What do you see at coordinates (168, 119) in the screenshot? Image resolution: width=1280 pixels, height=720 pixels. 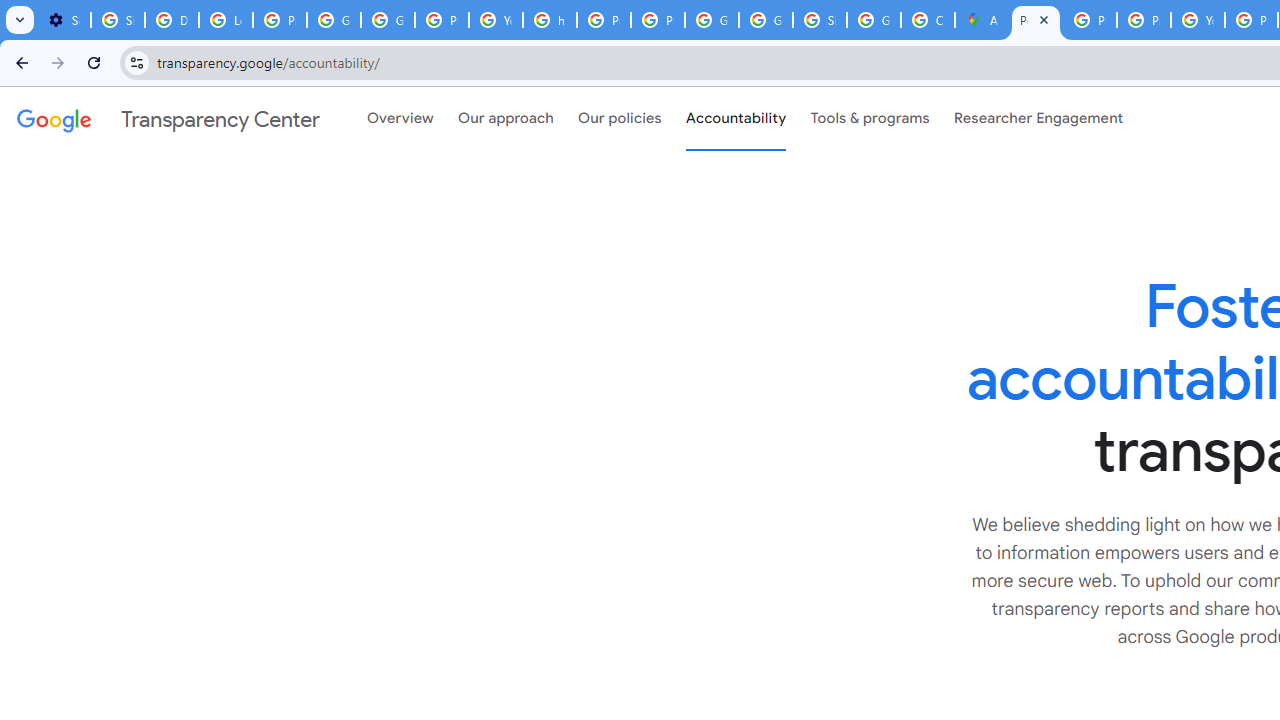 I see `'Transparency Center'` at bounding box center [168, 119].